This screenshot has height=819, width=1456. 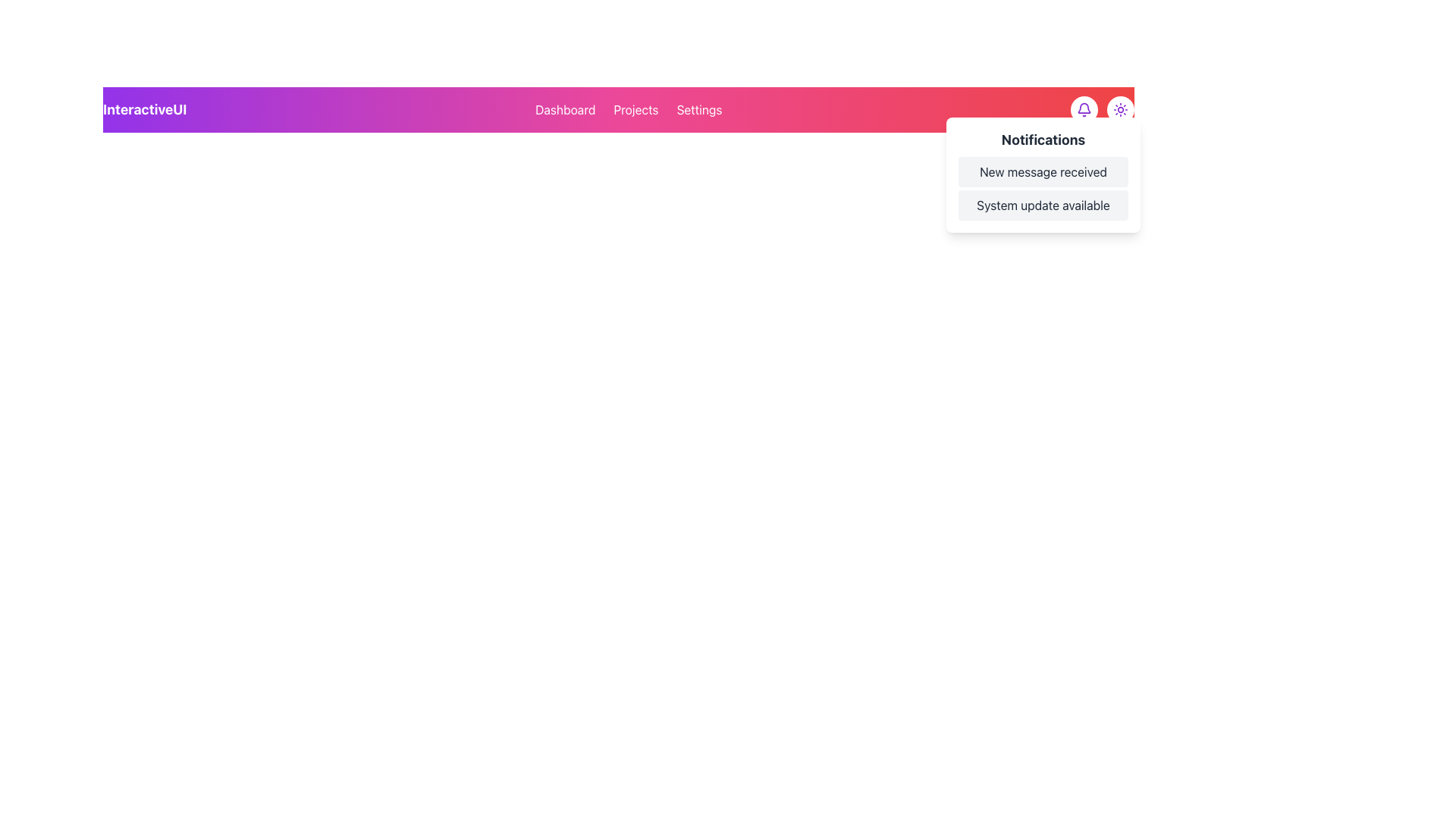 I want to click on the navigation bar located at the top of the viewport, which features a gradient background and includes menu items like 'Dashboard', 'Projects', and 'Settings', so click(x=619, y=109).